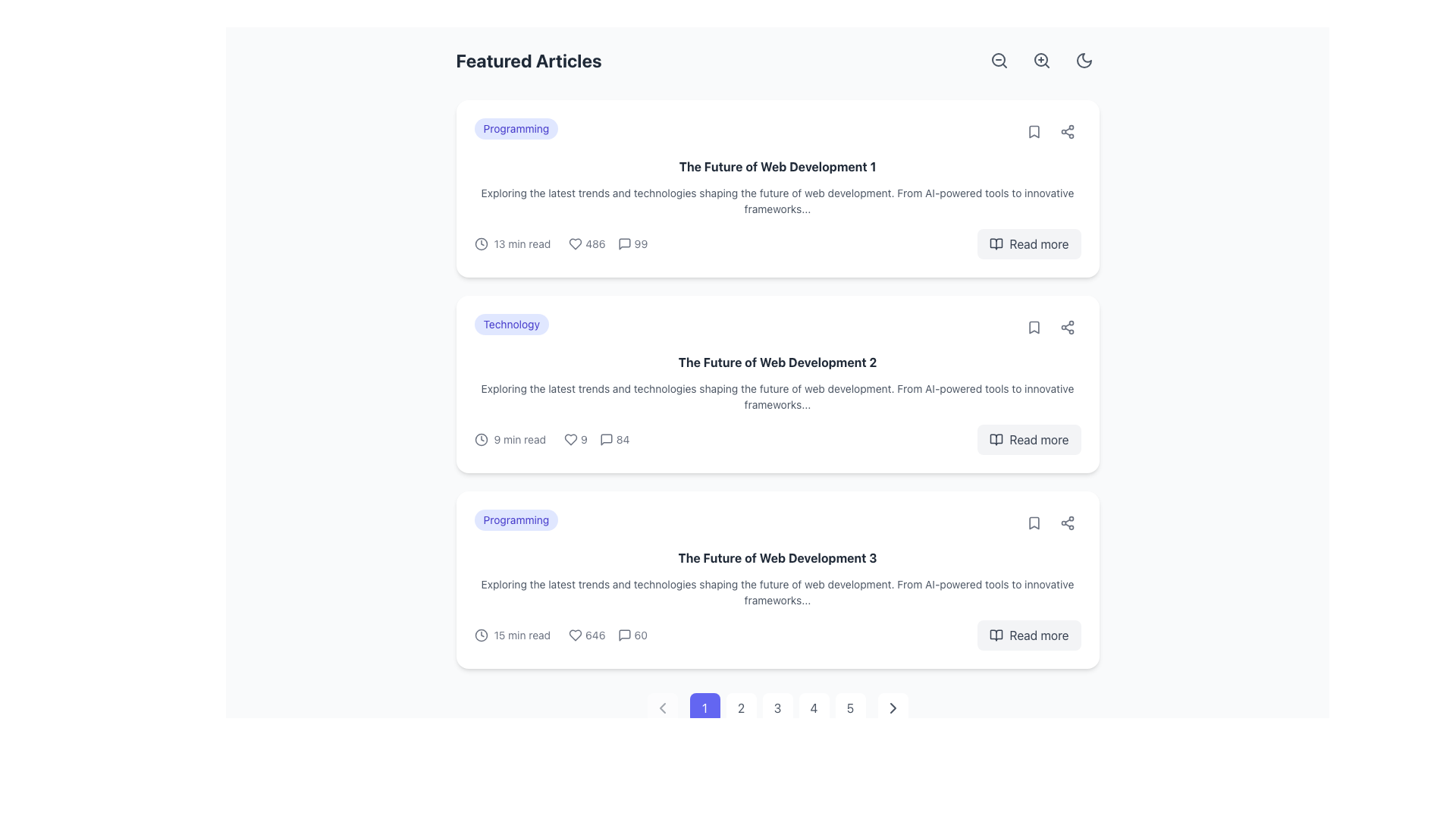 This screenshot has height=819, width=1456. What do you see at coordinates (596, 439) in the screenshot?
I see `the heart icon with the adjacent text '9' to associate it with the content summary` at bounding box center [596, 439].